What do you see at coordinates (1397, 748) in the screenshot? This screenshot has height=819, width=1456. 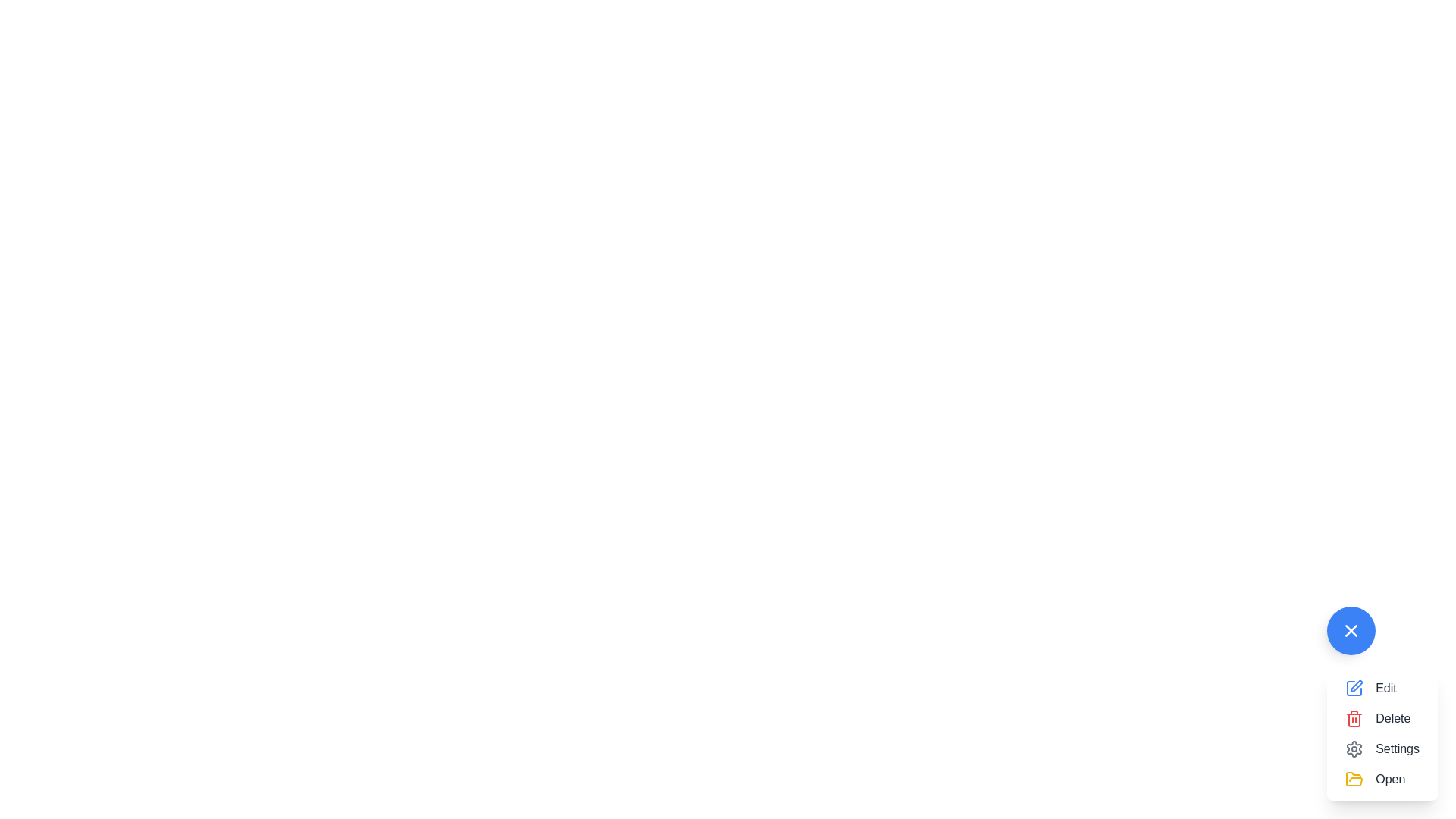 I see `the 'Settings' text label` at bounding box center [1397, 748].